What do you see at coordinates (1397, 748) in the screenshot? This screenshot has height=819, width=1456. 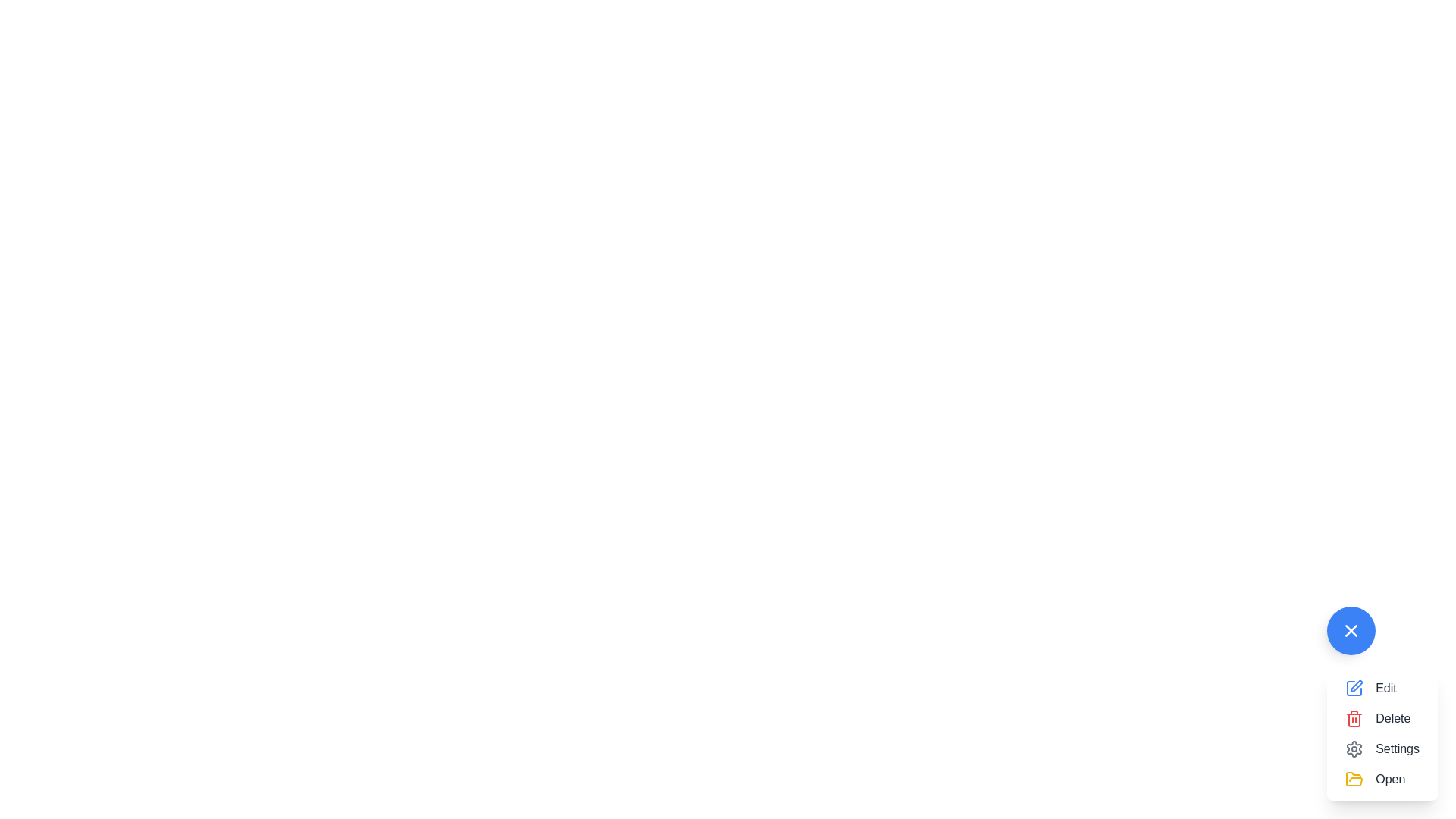 I see `the 'Settings' text label` at bounding box center [1397, 748].